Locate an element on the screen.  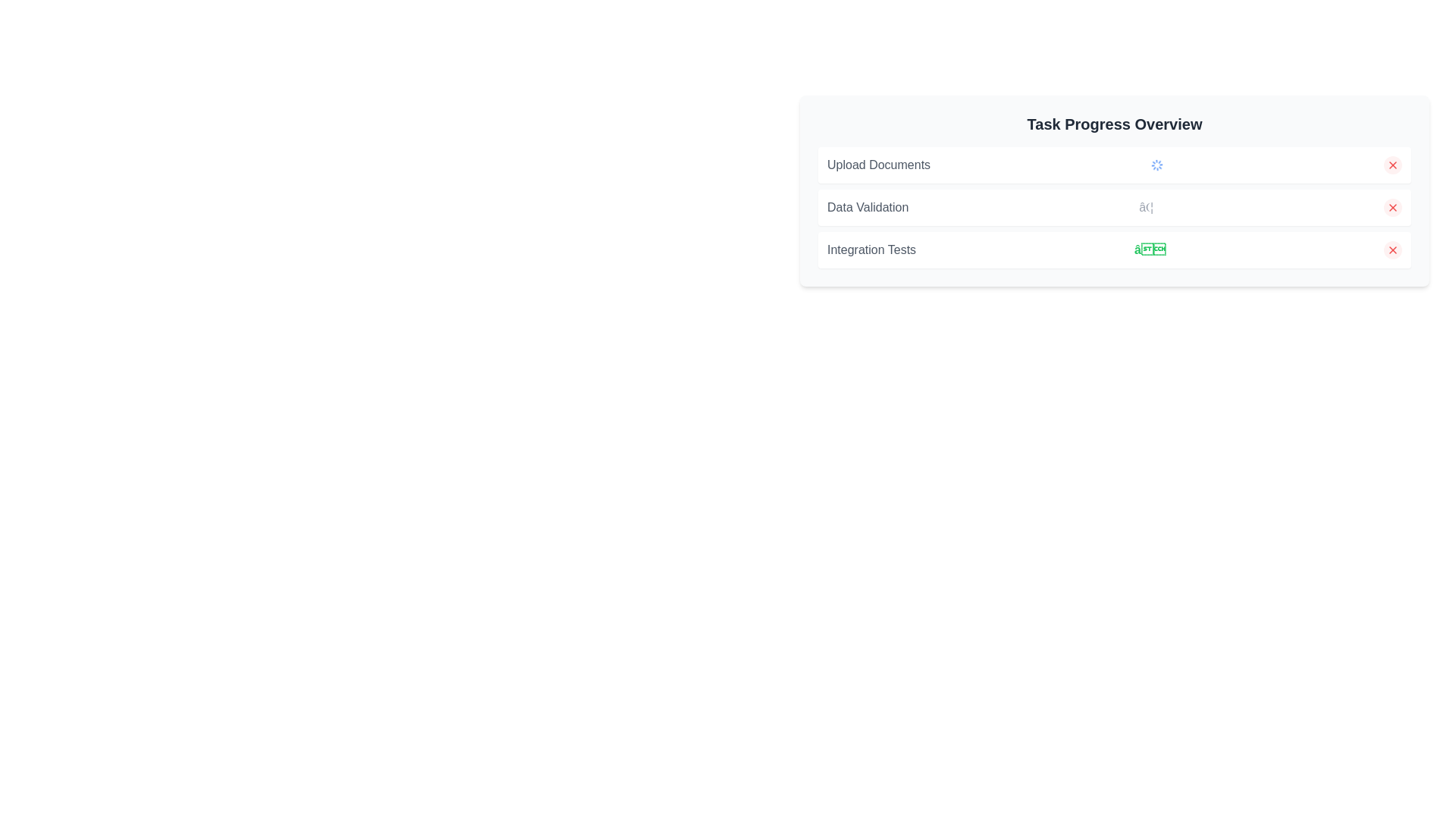
the circular pale red button with a red 'X' icon in the 'Data Validation' section of the 'Task Progress Overview' list is located at coordinates (1393, 207).